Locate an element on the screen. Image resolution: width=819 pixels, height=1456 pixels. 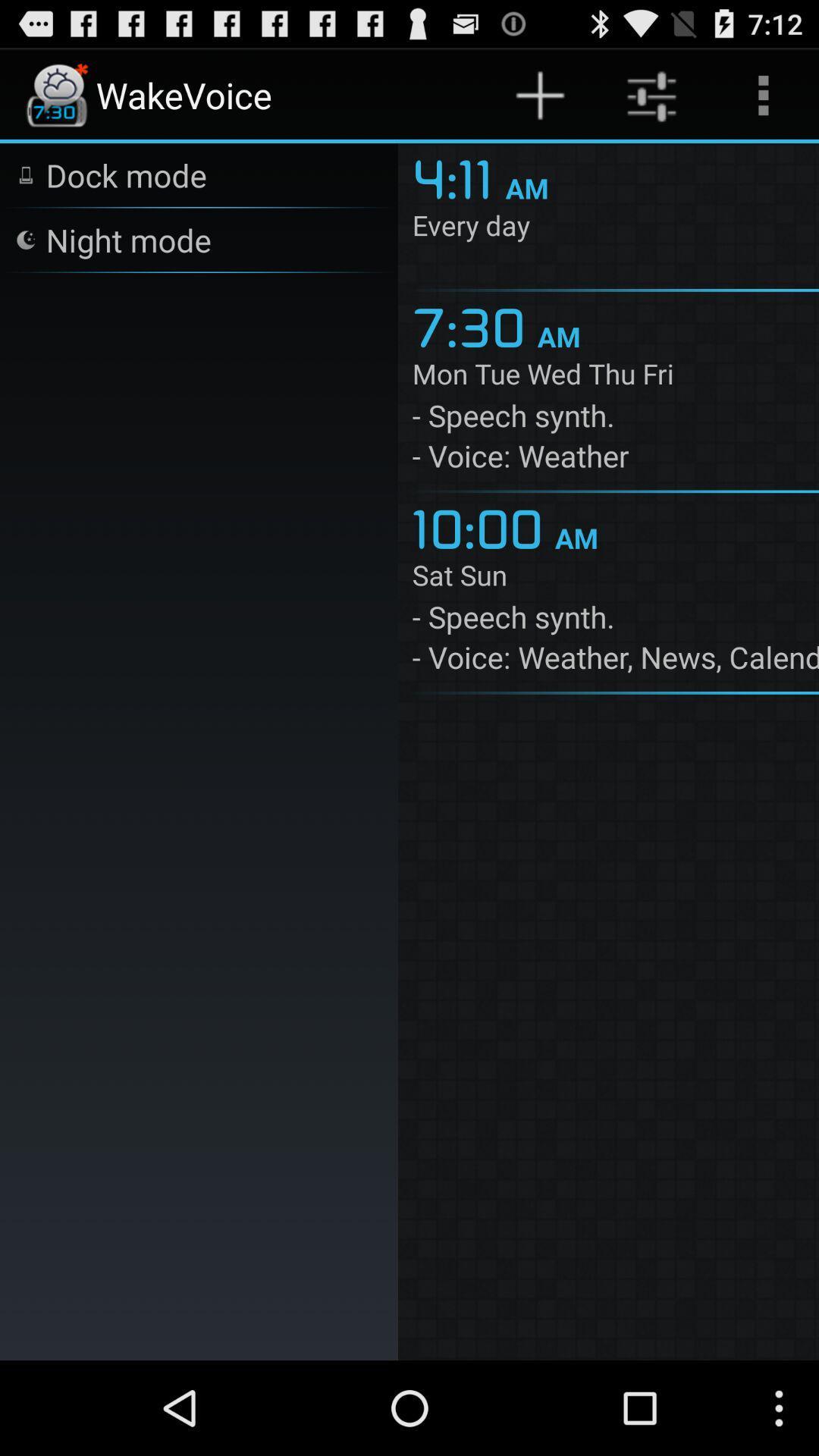
item below the 10:00 icon is located at coordinates (615, 577).